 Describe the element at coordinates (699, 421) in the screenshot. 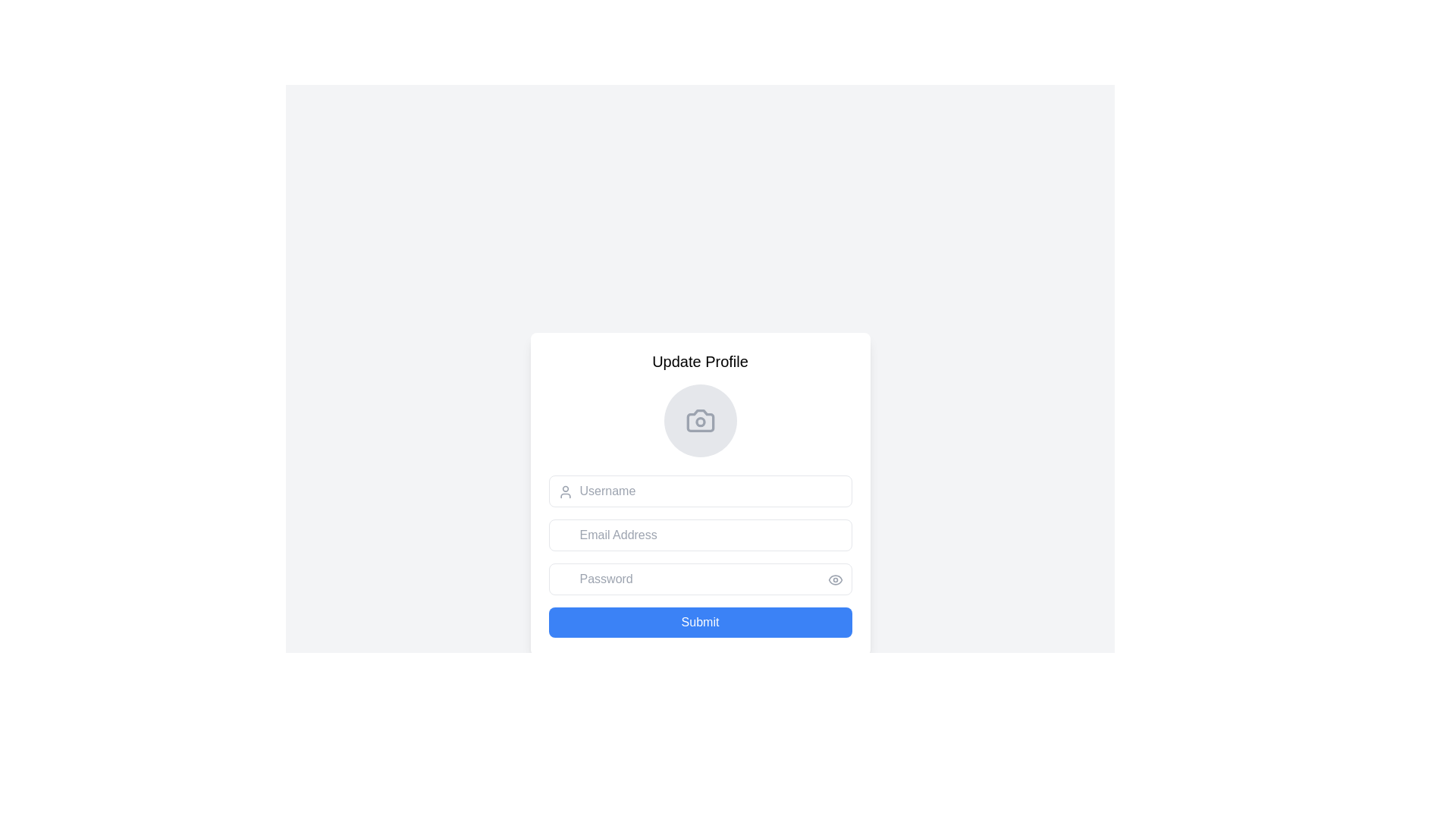

I see `the camera icon located at the center of the circular profile picture placeholder above the input fields for Username, Email Address, and Password` at that location.